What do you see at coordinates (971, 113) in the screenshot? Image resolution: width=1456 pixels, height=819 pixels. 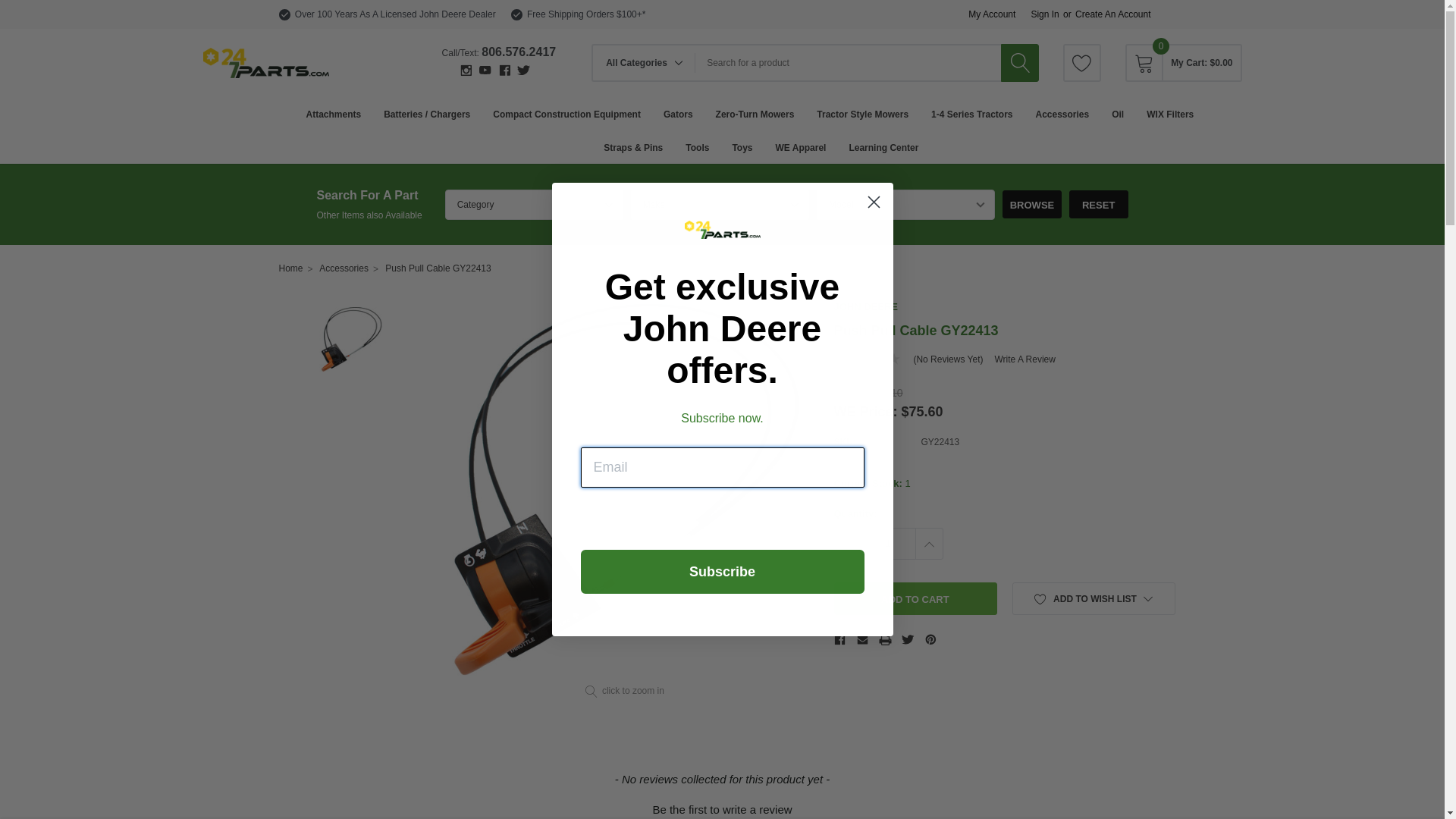 I see `'1-4 Series Tractors'` at bounding box center [971, 113].